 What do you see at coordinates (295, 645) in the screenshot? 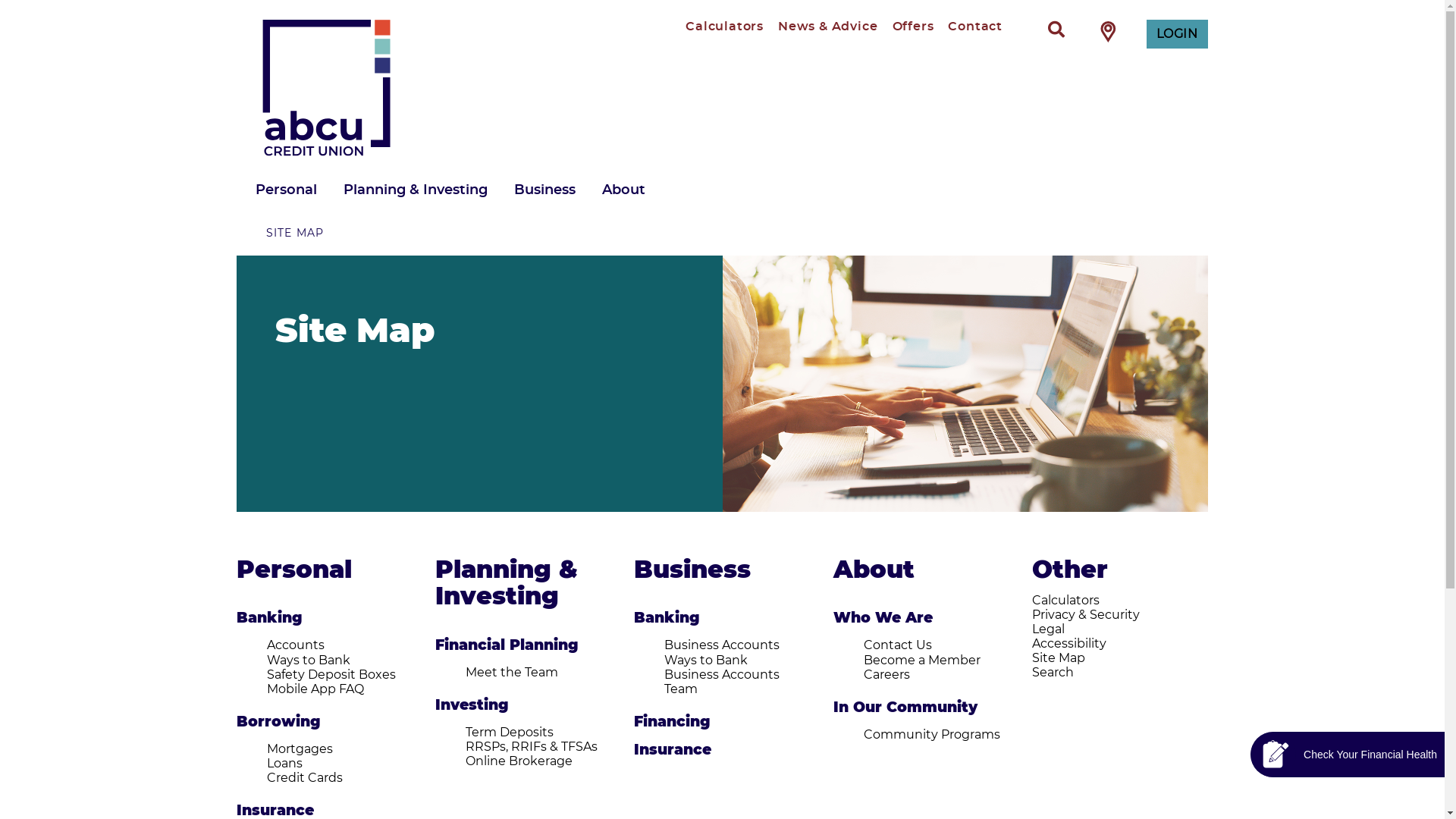
I see `'Accounts'` at bounding box center [295, 645].